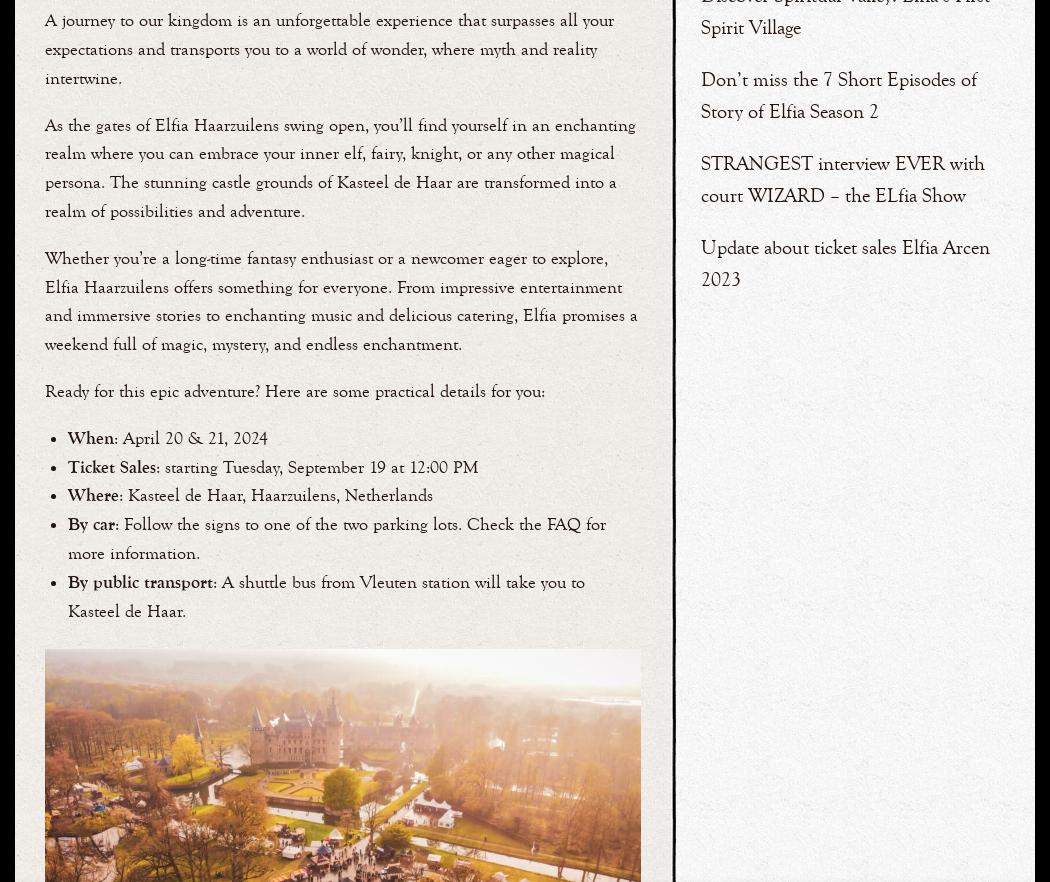  I want to click on 'Don’t miss the 7 Short Episodes of Story of Elfia Season 2', so click(838, 94).